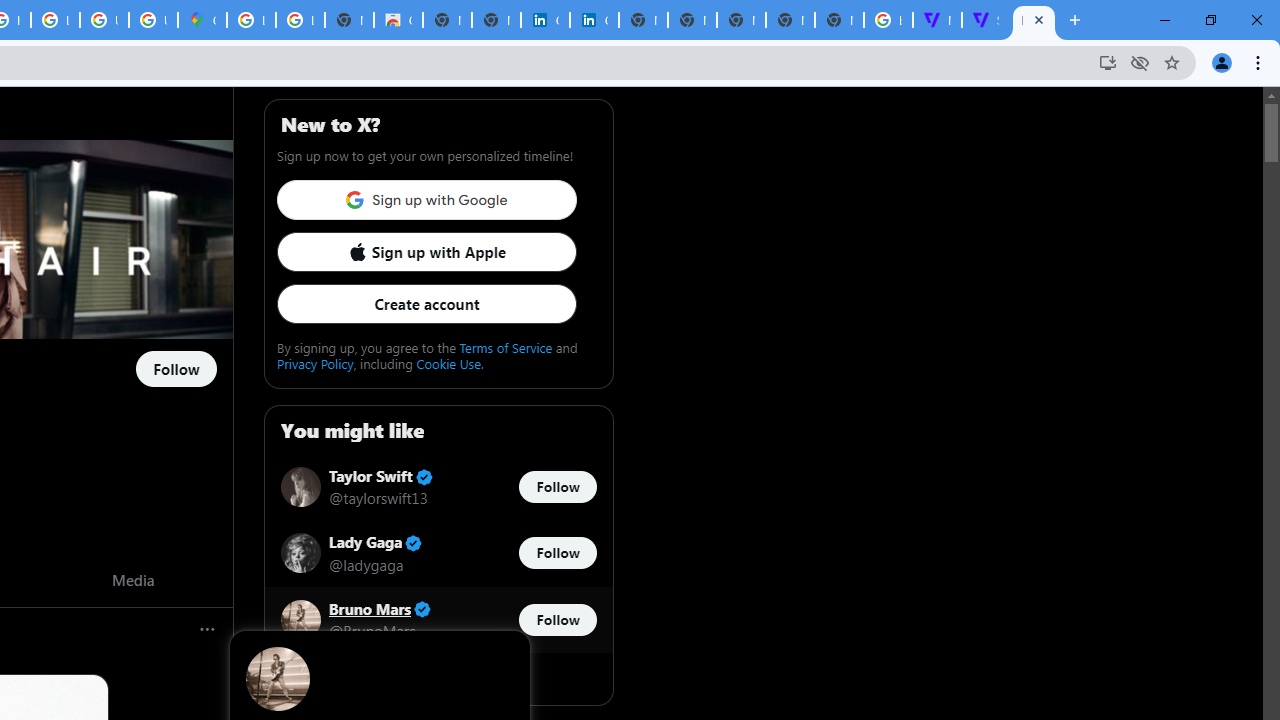  Describe the element at coordinates (1034, 20) in the screenshot. I see `'Rihanna (@rihanna) / X'` at that location.